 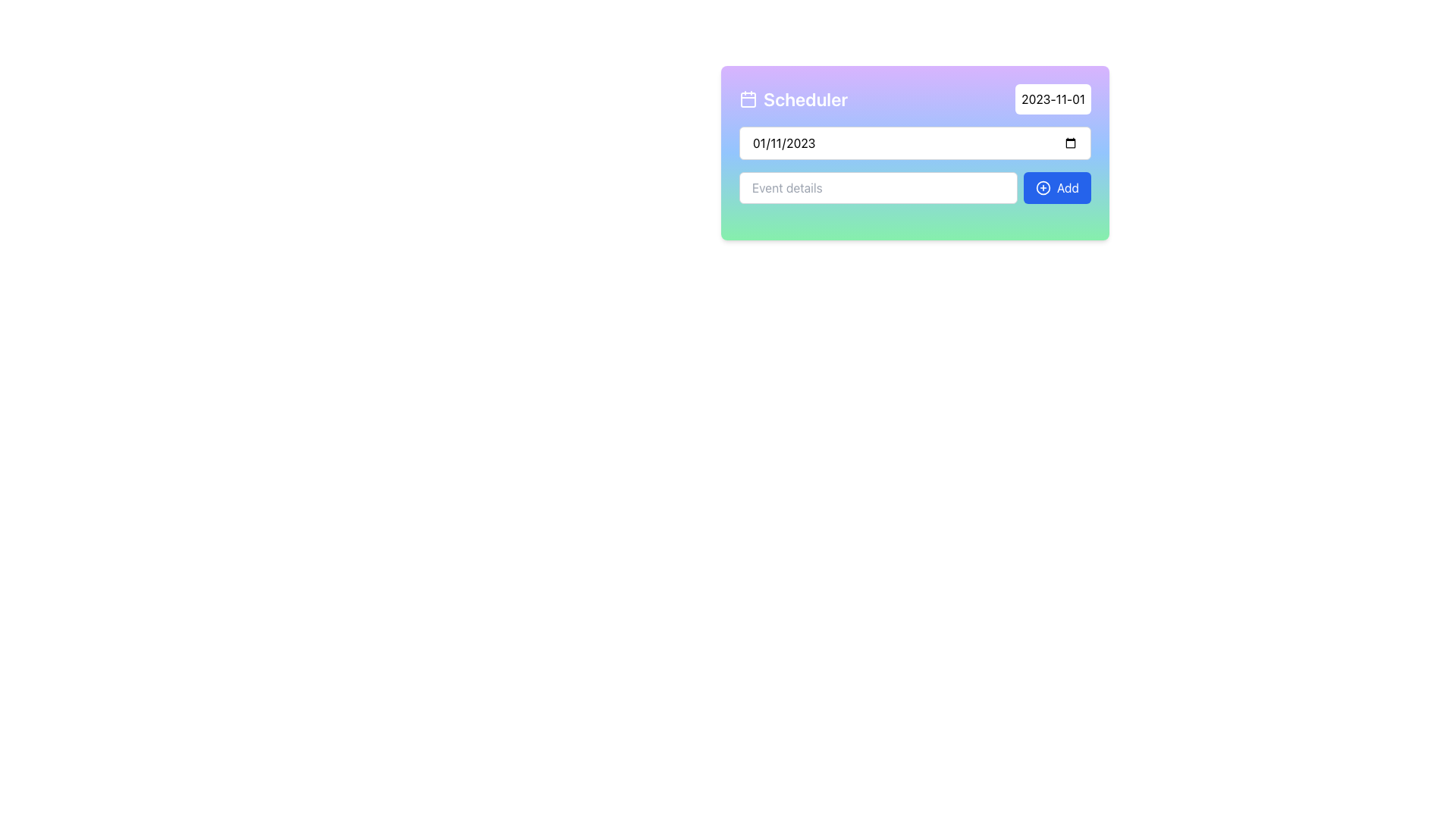 I want to click on the small square with rounded corners inside the calendar icon, located to the left of the 'Scheduler' title text, so click(x=748, y=99).